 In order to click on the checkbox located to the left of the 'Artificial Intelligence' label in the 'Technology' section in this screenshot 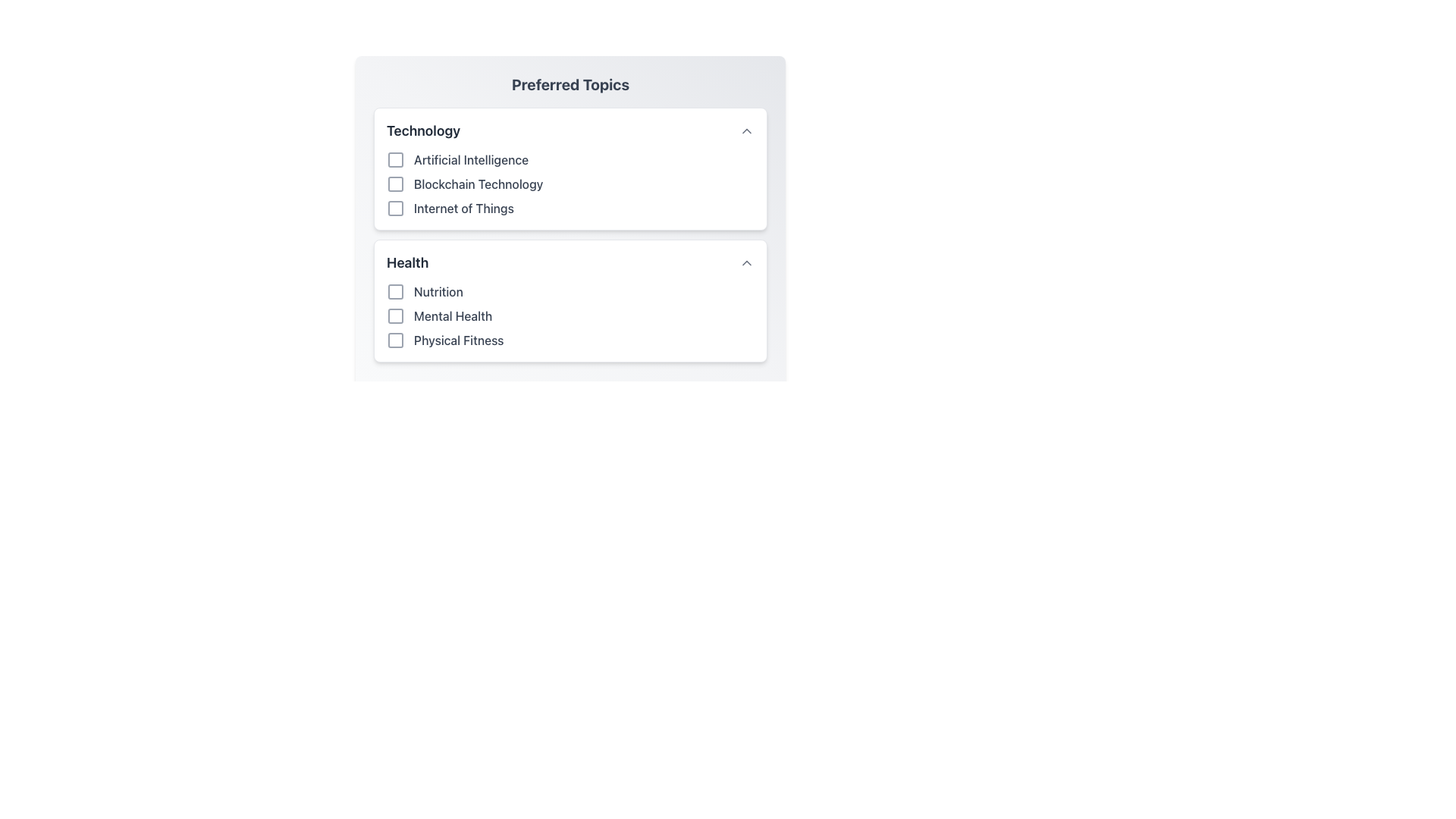, I will do `click(396, 160)`.